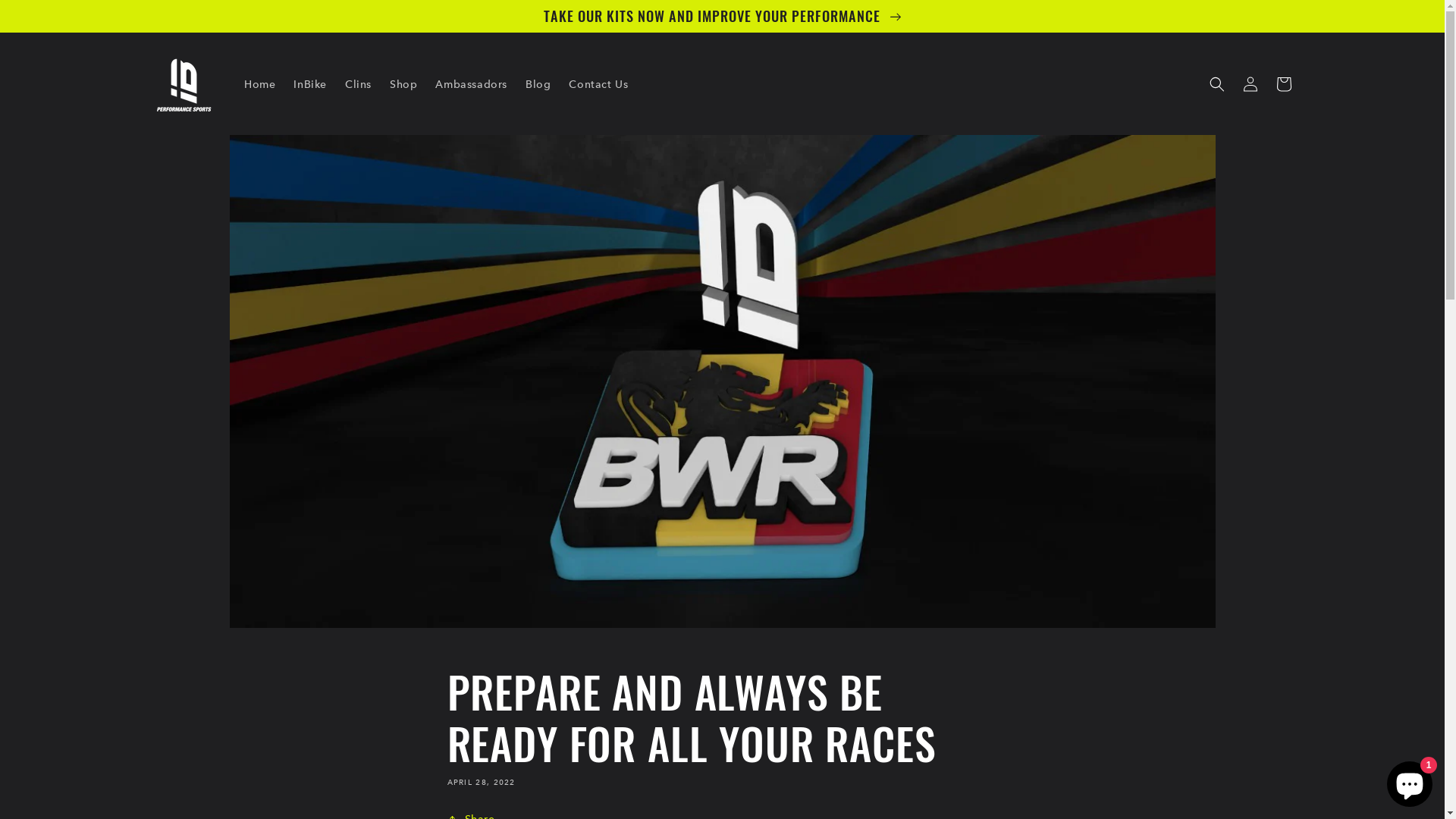 This screenshot has height=819, width=1456. What do you see at coordinates (1266, 84) in the screenshot?
I see `'Cart'` at bounding box center [1266, 84].